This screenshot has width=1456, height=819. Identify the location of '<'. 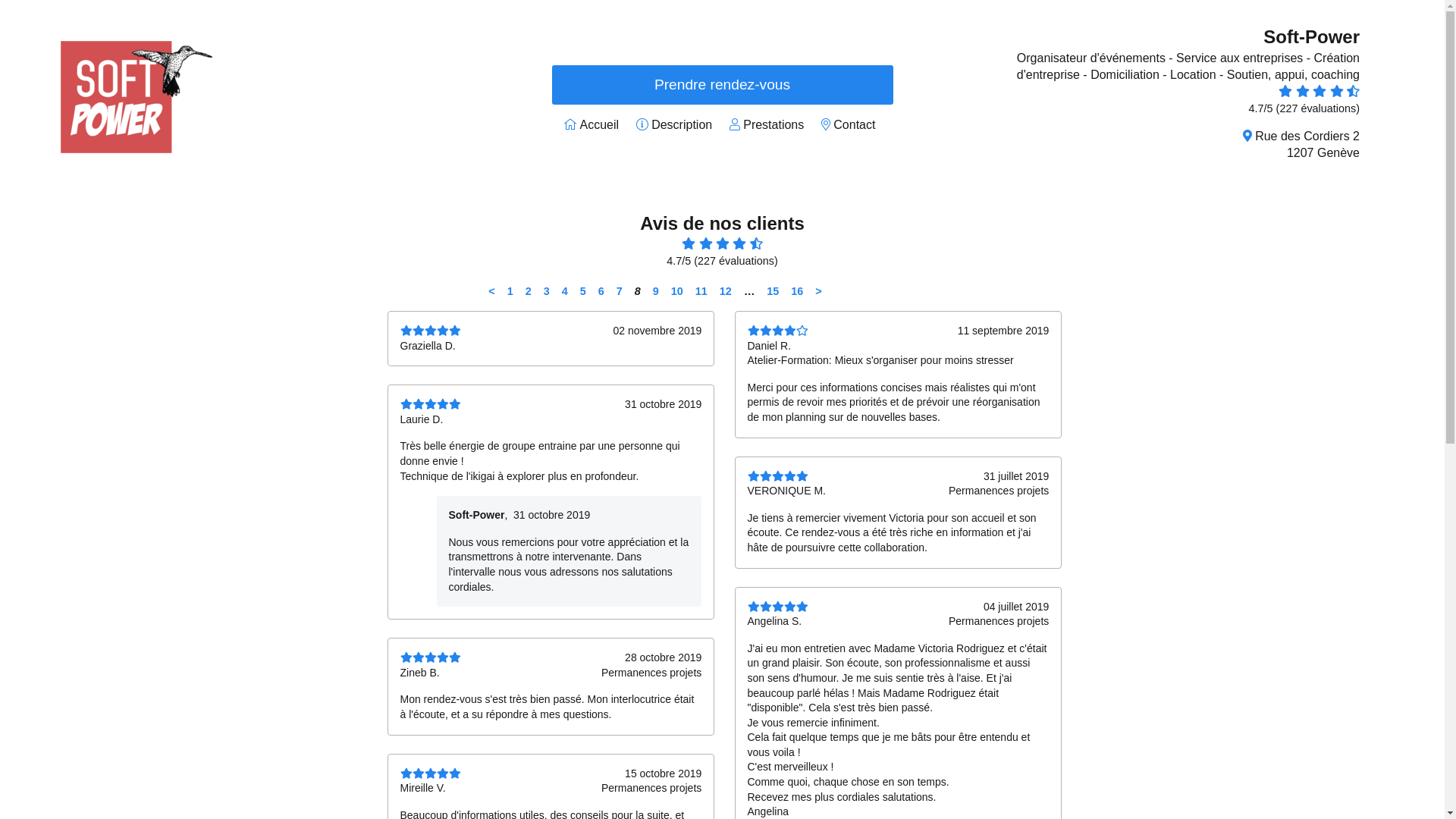
(491, 291).